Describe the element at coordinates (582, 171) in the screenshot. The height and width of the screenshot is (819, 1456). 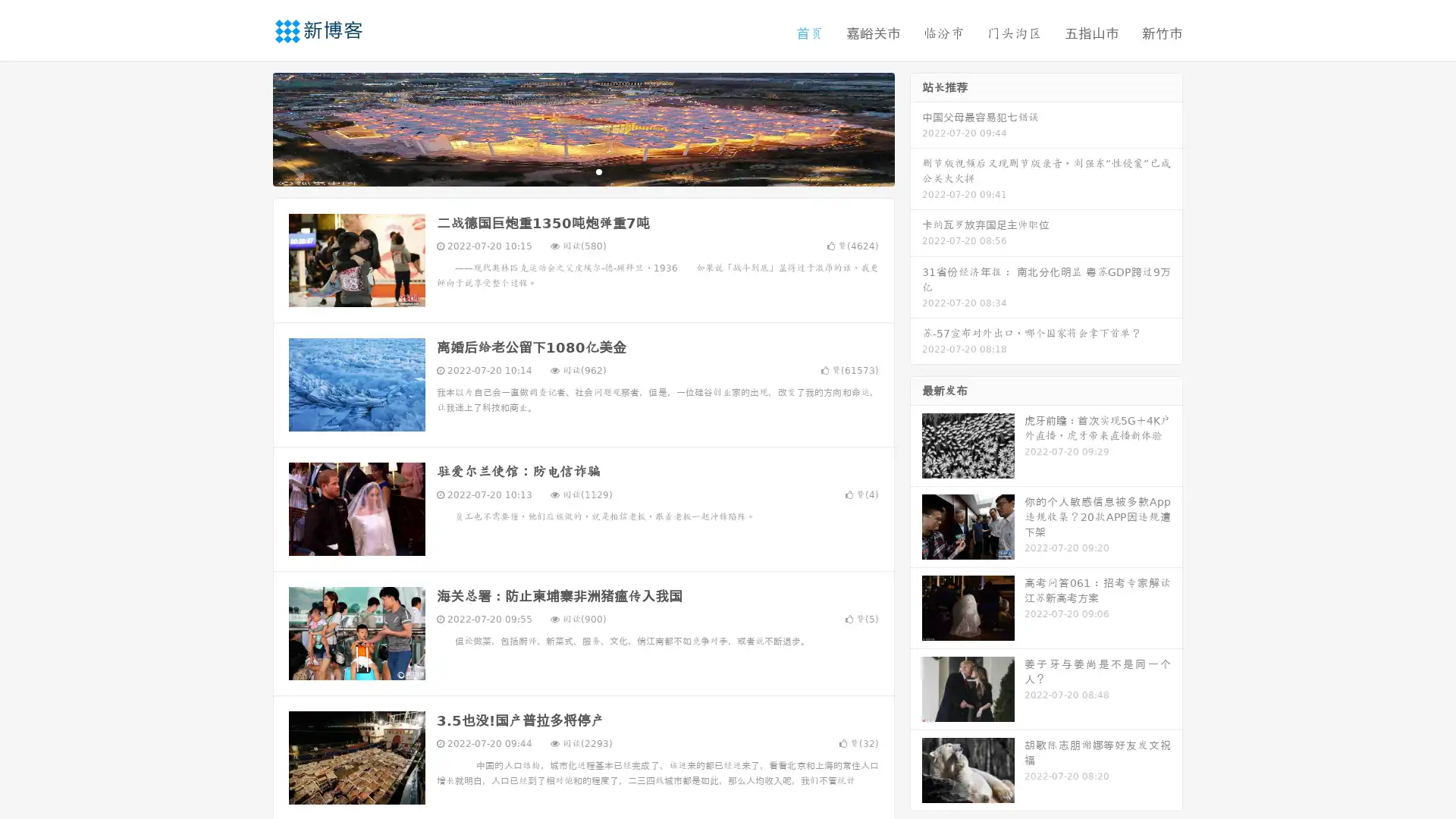
I see `Go to slide 2` at that location.